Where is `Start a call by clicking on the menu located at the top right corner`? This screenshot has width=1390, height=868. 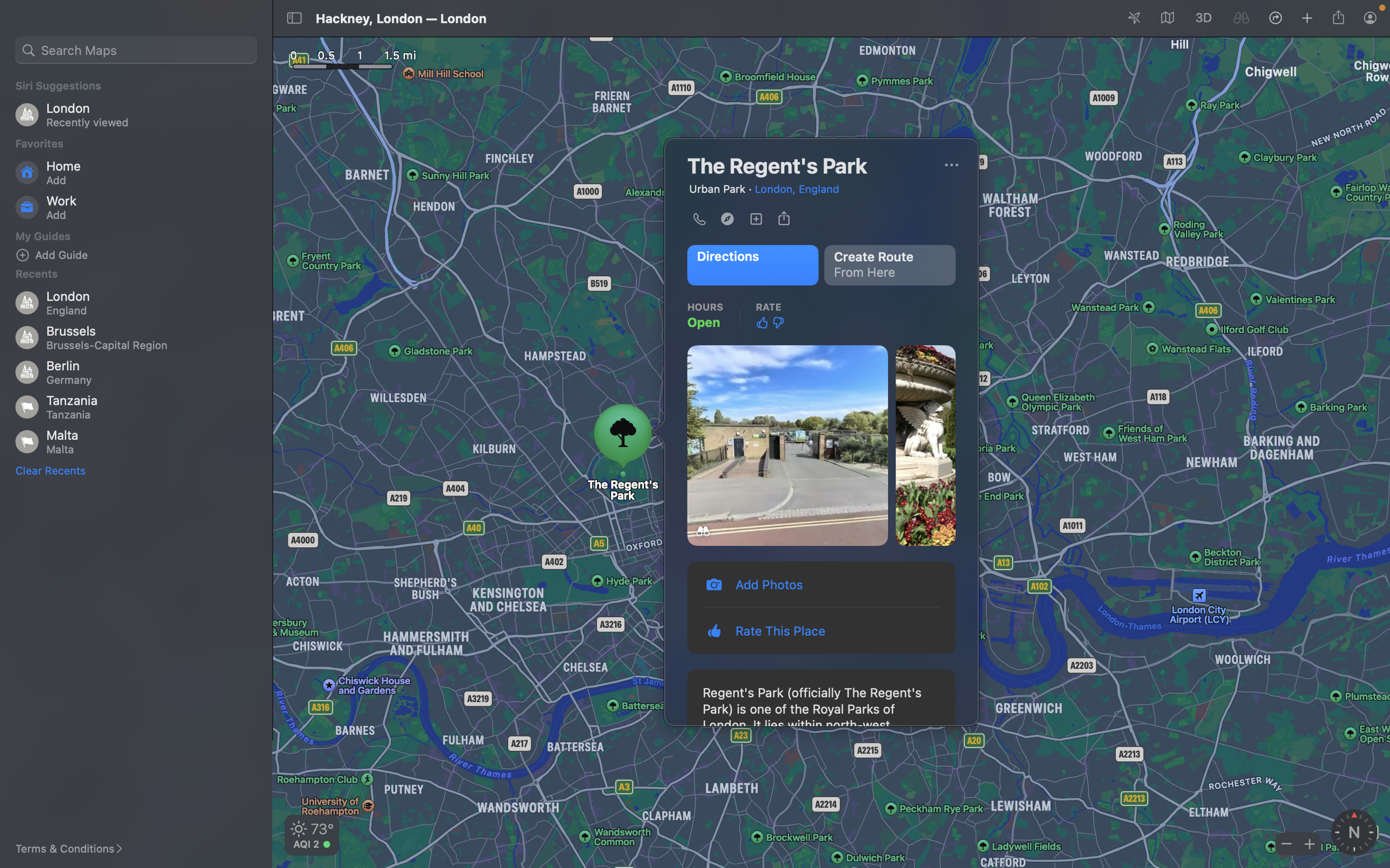
Start a call by clicking on the menu located at the top right corner is located at coordinates (951, 165).